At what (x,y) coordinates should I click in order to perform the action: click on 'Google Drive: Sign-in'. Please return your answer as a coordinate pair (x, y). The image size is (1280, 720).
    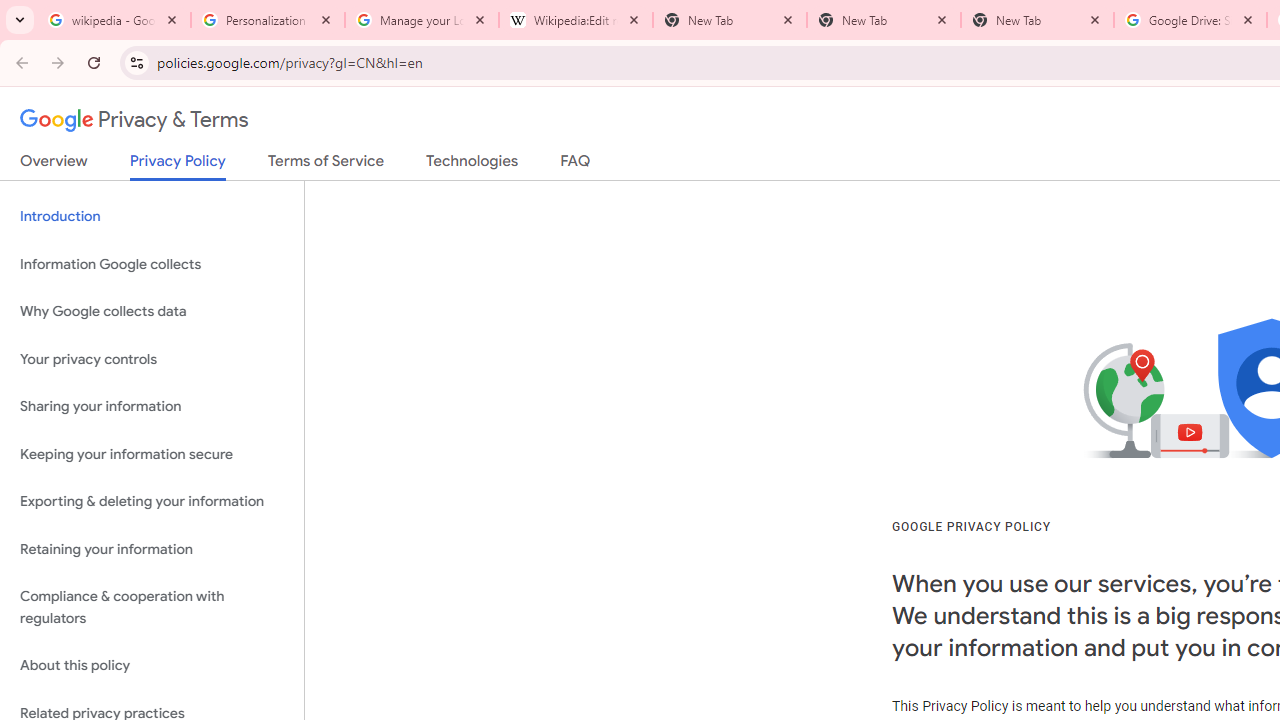
    Looking at the image, I should click on (1190, 20).